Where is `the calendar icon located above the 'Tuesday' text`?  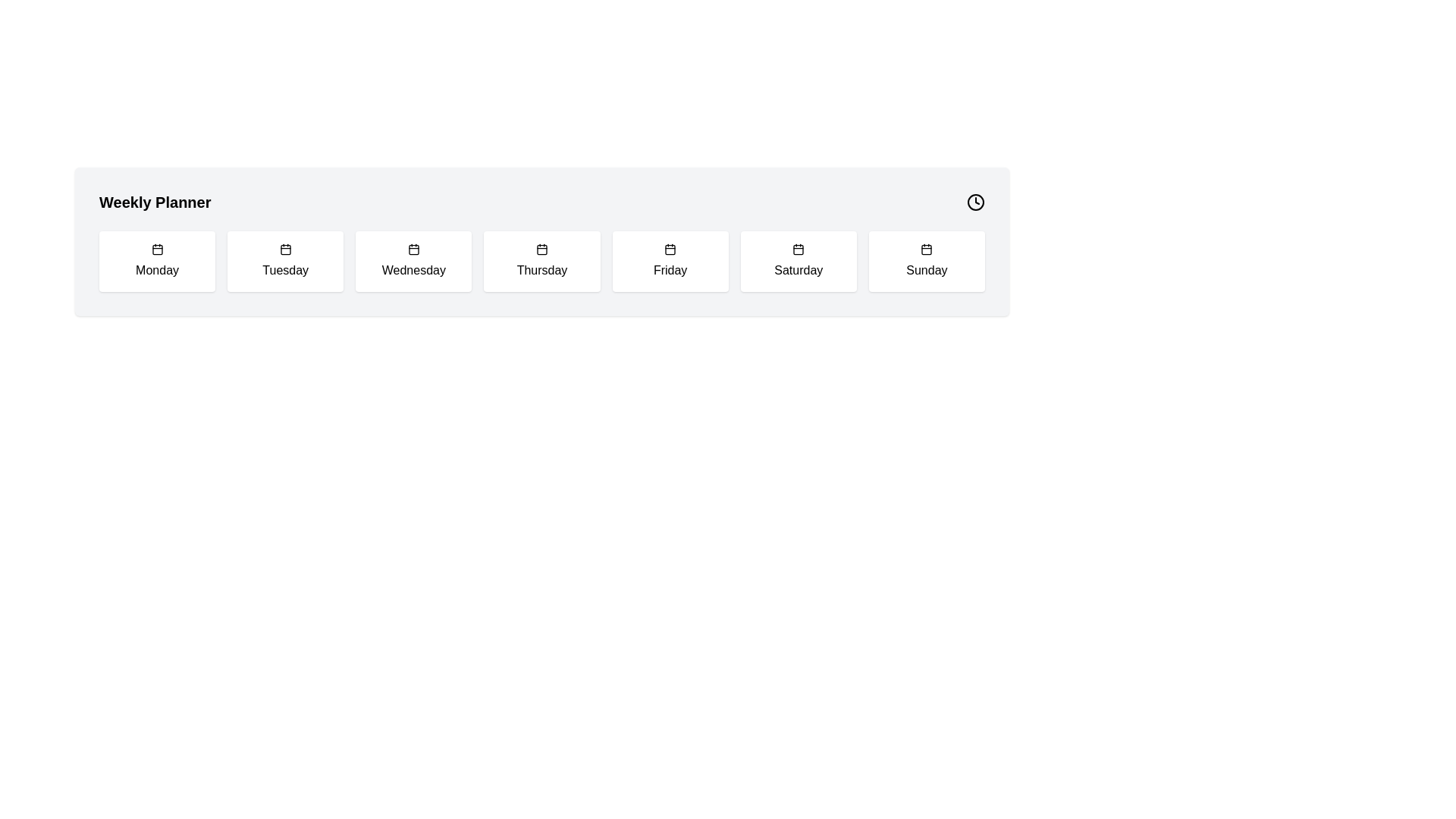 the calendar icon located above the 'Tuesday' text is located at coordinates (285, 248).